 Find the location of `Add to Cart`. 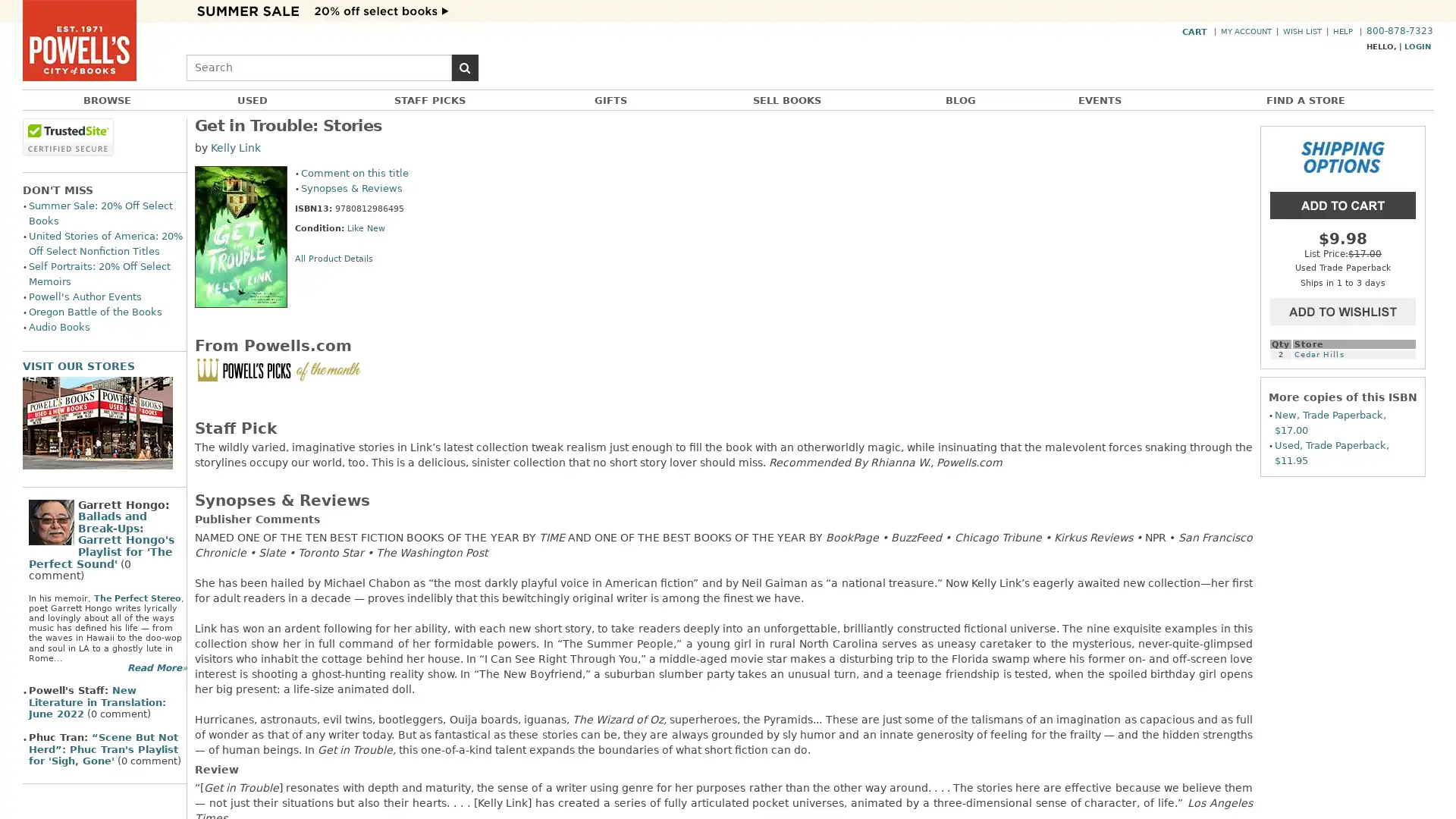

Add to Cart is located at coordinates (1343, 203).